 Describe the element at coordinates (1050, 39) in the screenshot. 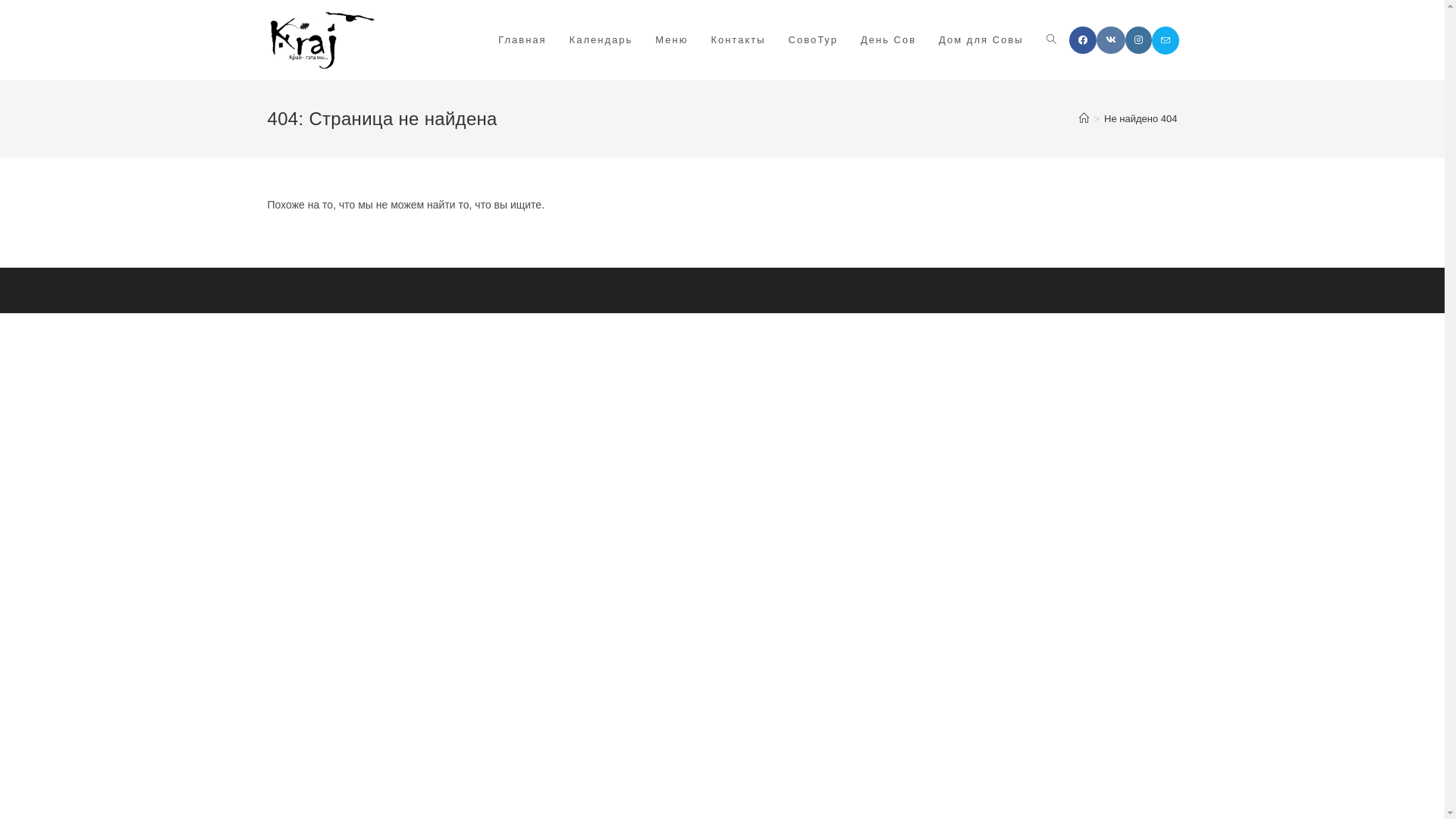

I see `'Toggle website search'` at that location.